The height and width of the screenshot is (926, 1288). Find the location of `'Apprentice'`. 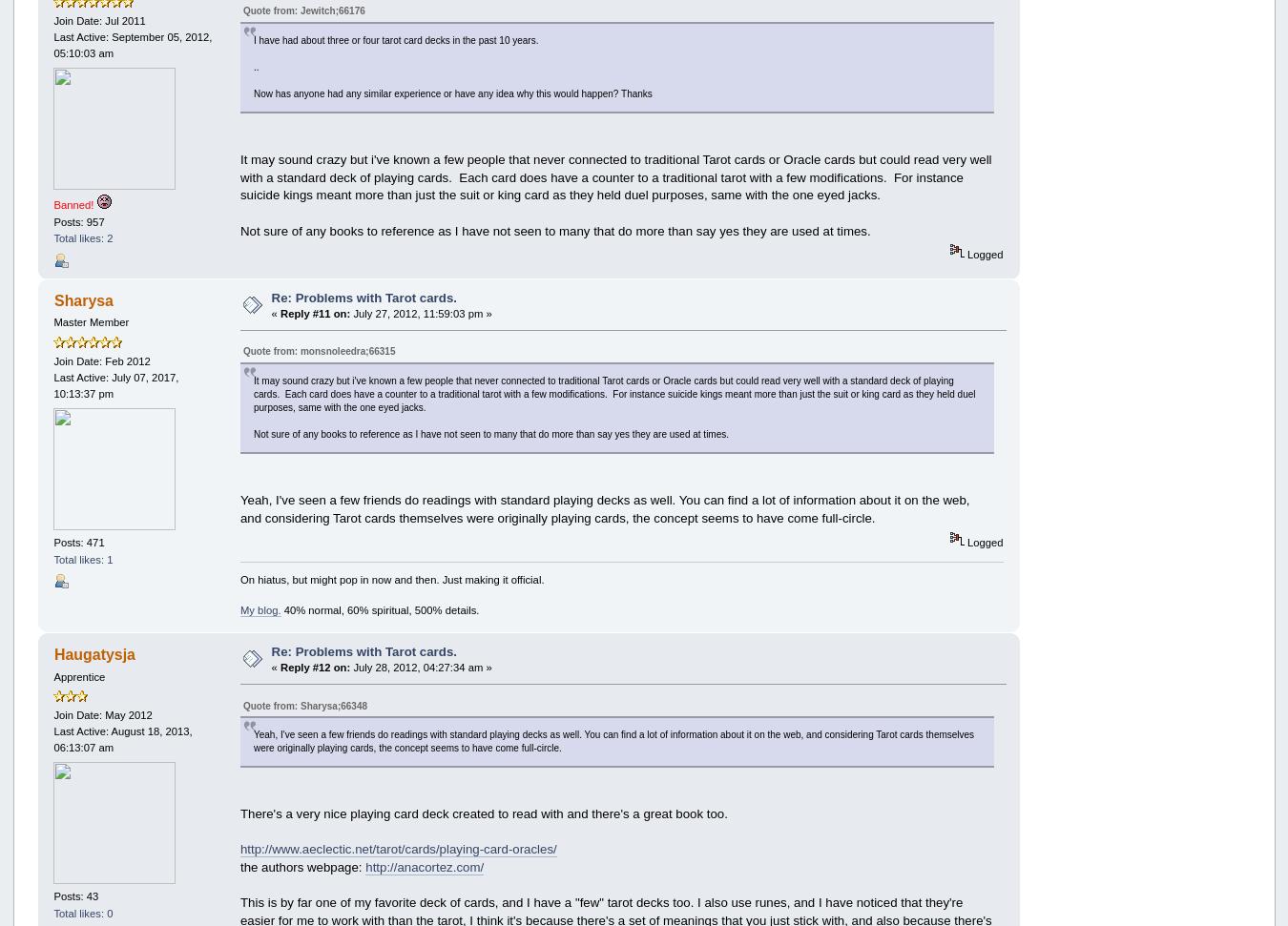

'Apprentice' is located at coordinates (78, 675).